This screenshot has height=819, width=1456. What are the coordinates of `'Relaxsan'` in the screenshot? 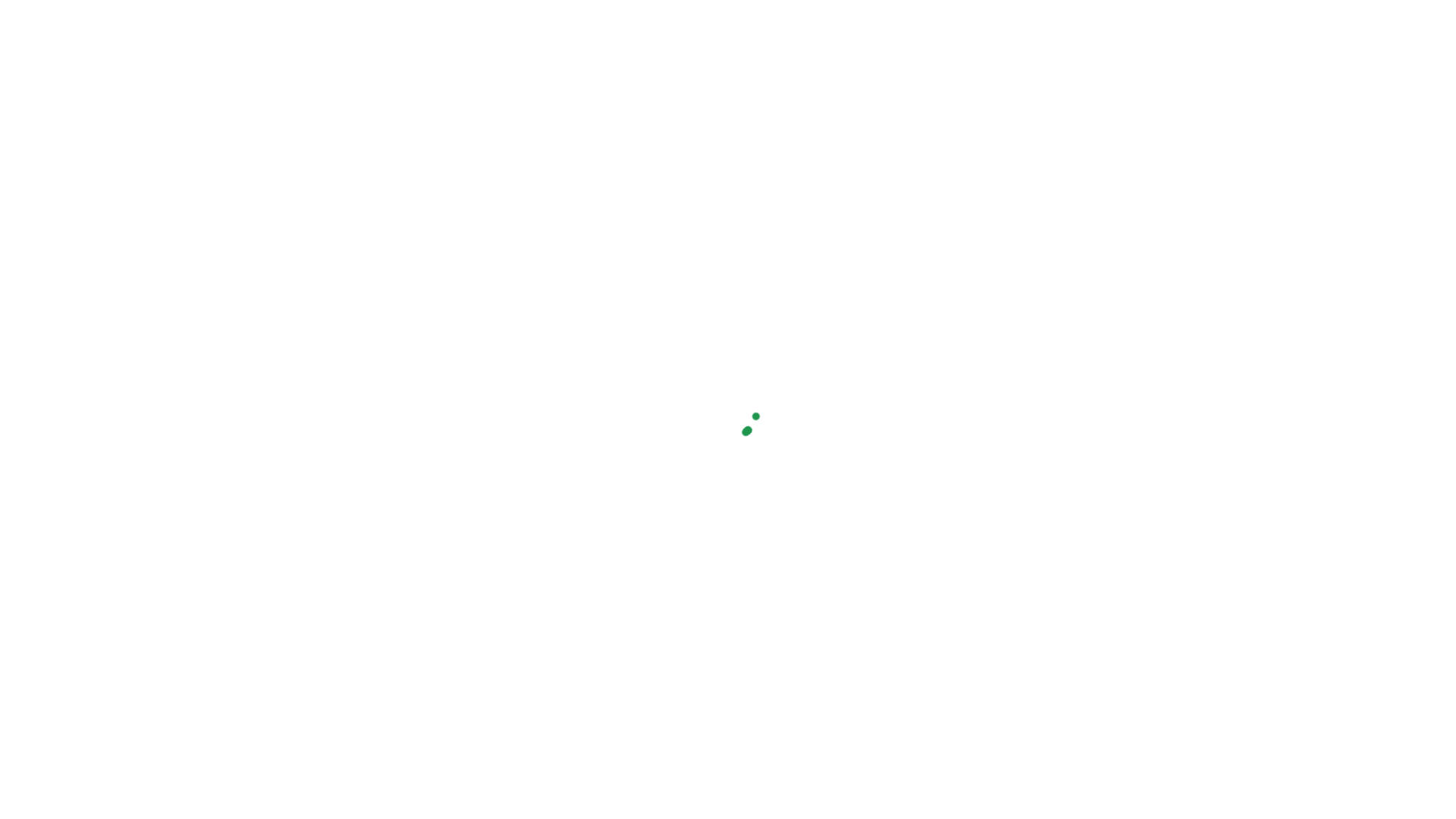 It's located at (341, 63).